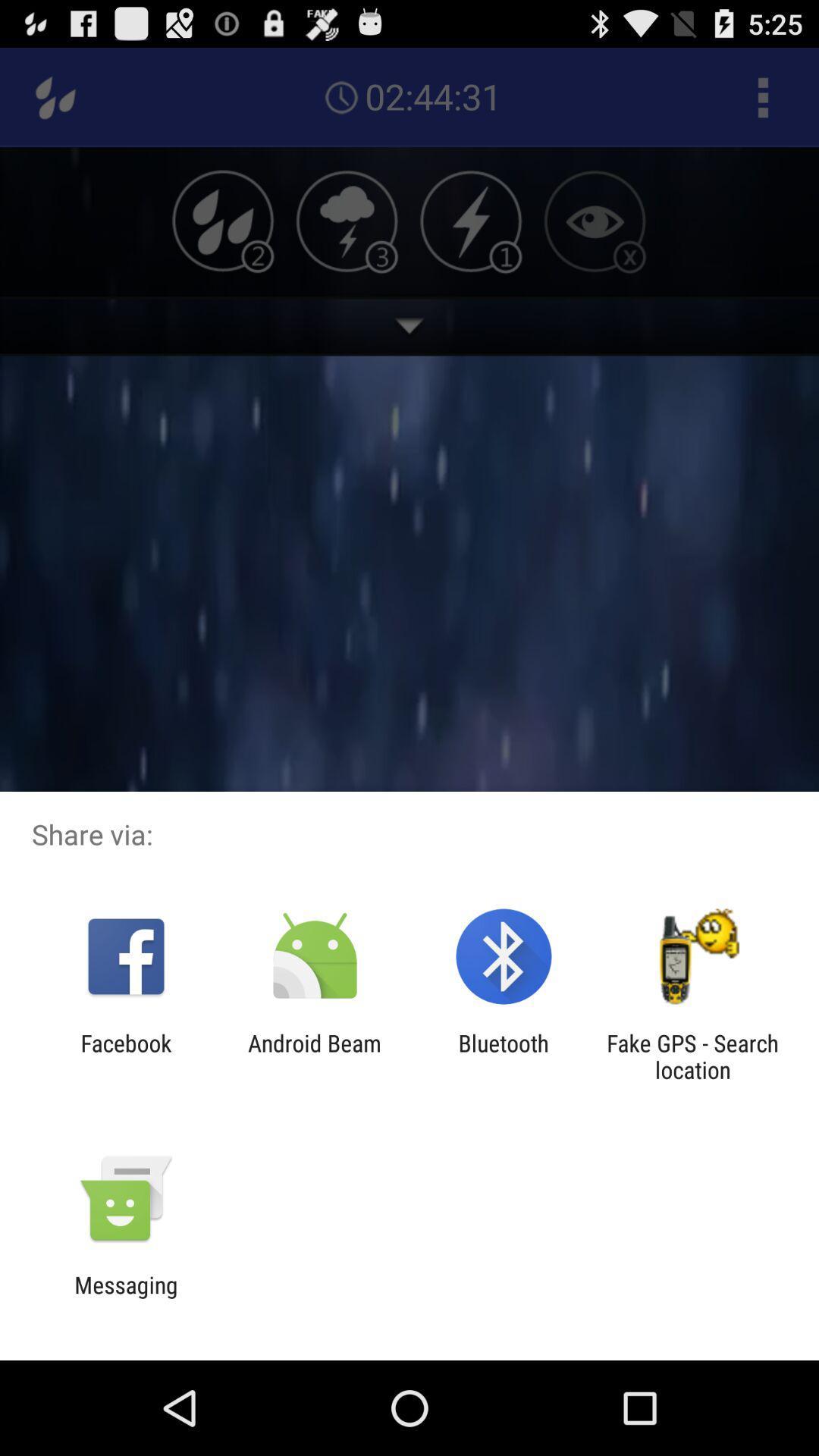 This screenshot has width=819, height=1456. I want to click on the facebook icon, so click(125, 1056).